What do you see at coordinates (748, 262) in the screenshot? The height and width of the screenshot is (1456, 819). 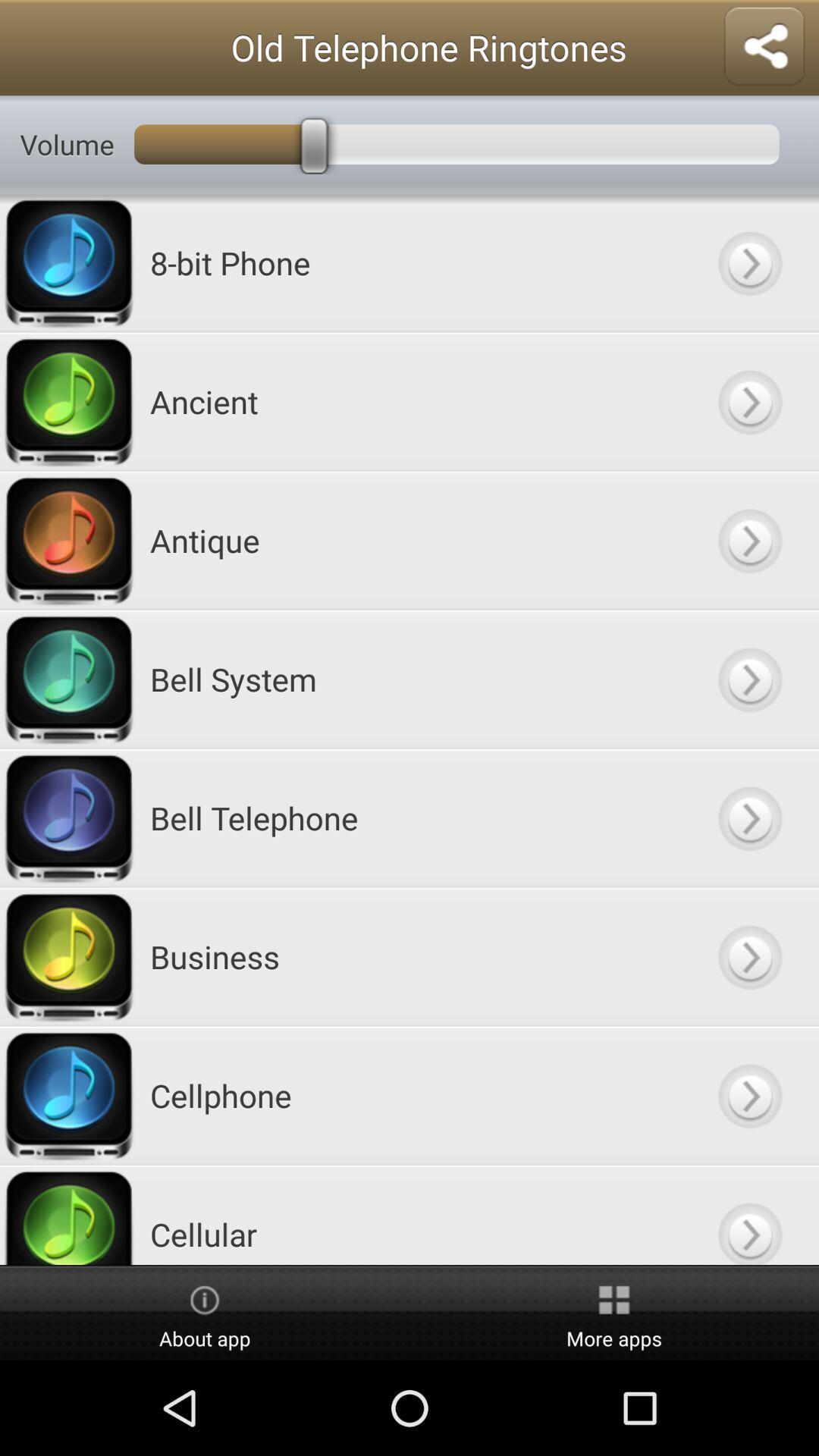 I see `key button` at bounding box center [748, 262].